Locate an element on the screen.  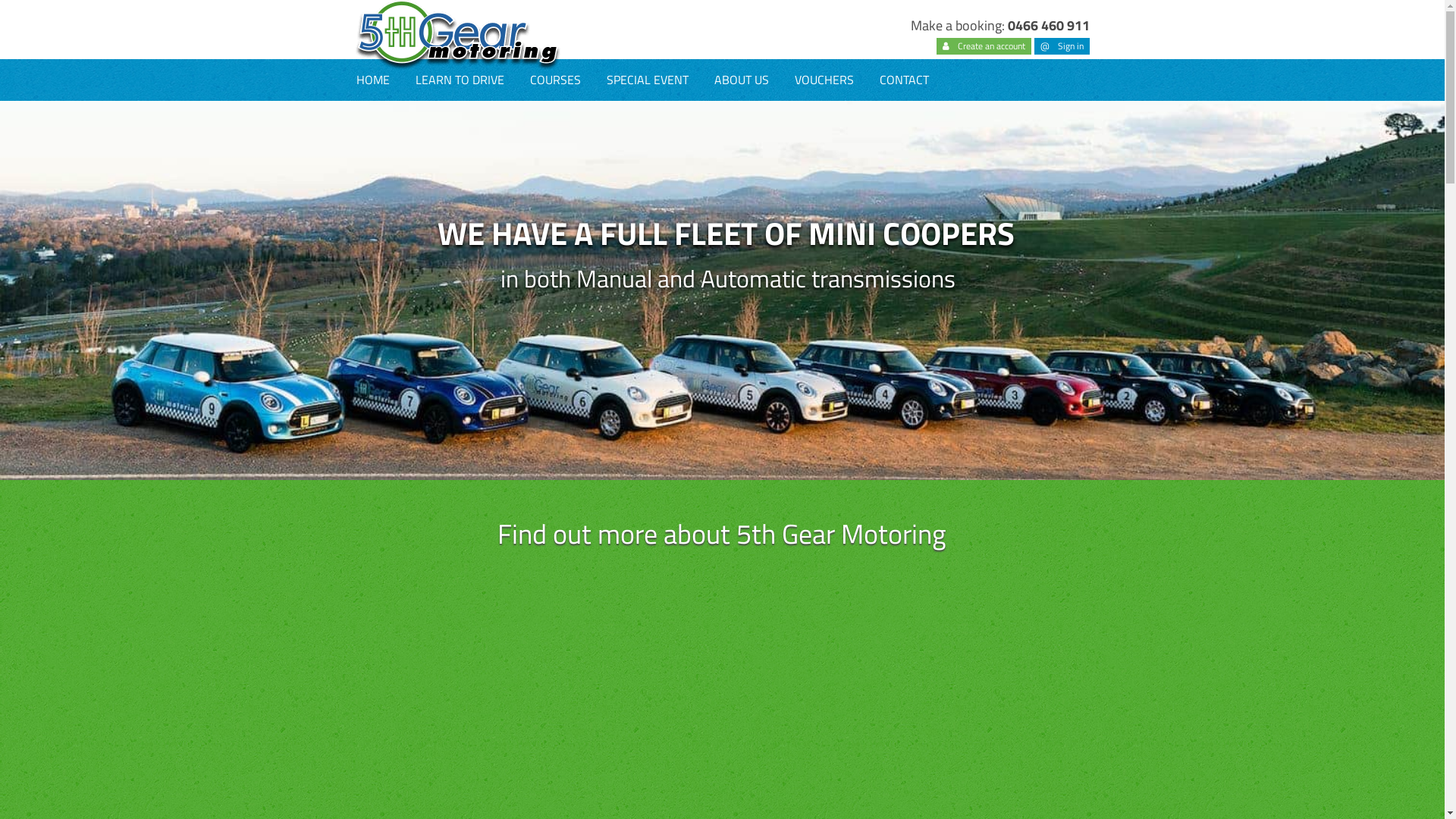
'VOUCHERS' is located at coordinates (822, 80).